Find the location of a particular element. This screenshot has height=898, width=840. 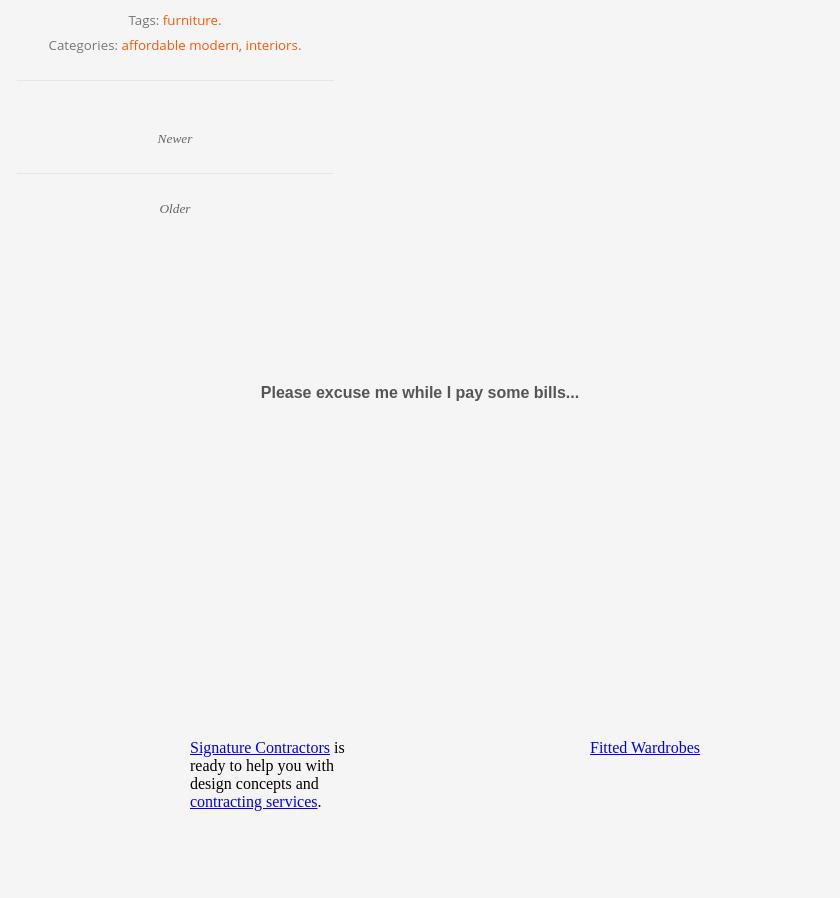

'interiors' is located at coordinates (245, 43).